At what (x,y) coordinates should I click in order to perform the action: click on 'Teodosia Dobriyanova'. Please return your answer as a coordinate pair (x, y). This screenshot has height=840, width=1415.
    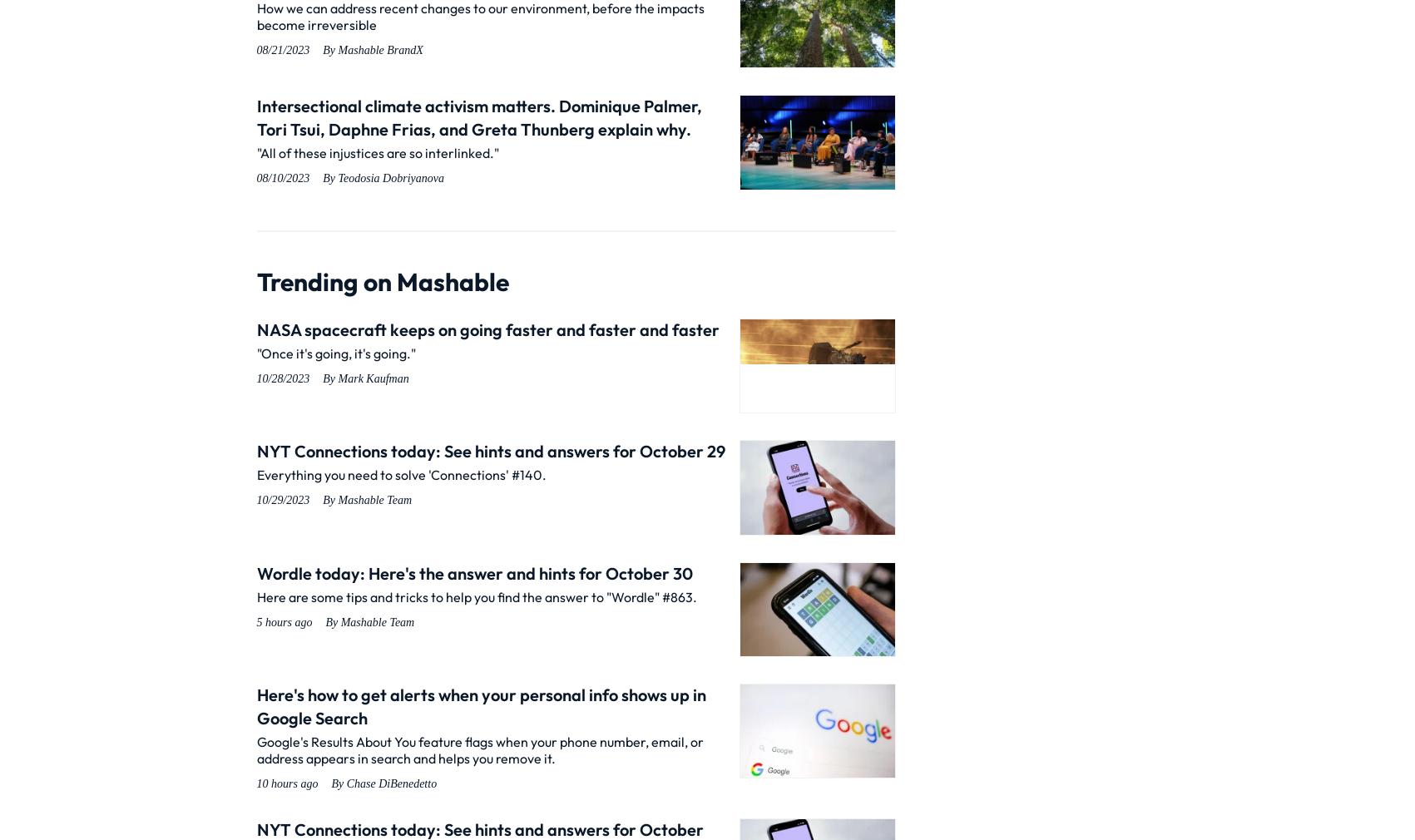
    Looking at the image, I should click on (337, 177).